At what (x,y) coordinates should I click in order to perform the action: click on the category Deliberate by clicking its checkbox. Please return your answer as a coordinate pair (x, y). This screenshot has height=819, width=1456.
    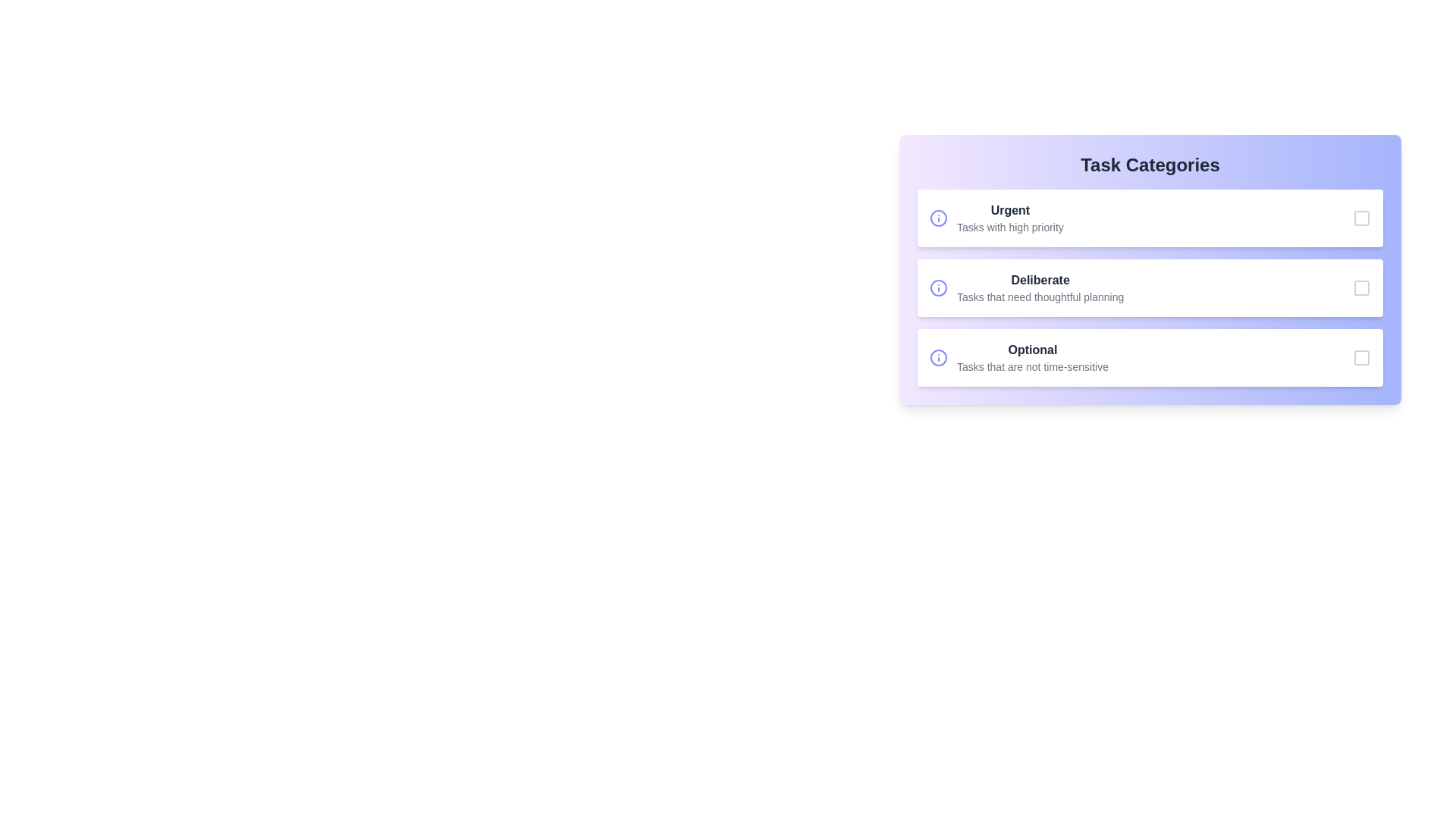
    Looking at the image, I should click on (1361, 288).